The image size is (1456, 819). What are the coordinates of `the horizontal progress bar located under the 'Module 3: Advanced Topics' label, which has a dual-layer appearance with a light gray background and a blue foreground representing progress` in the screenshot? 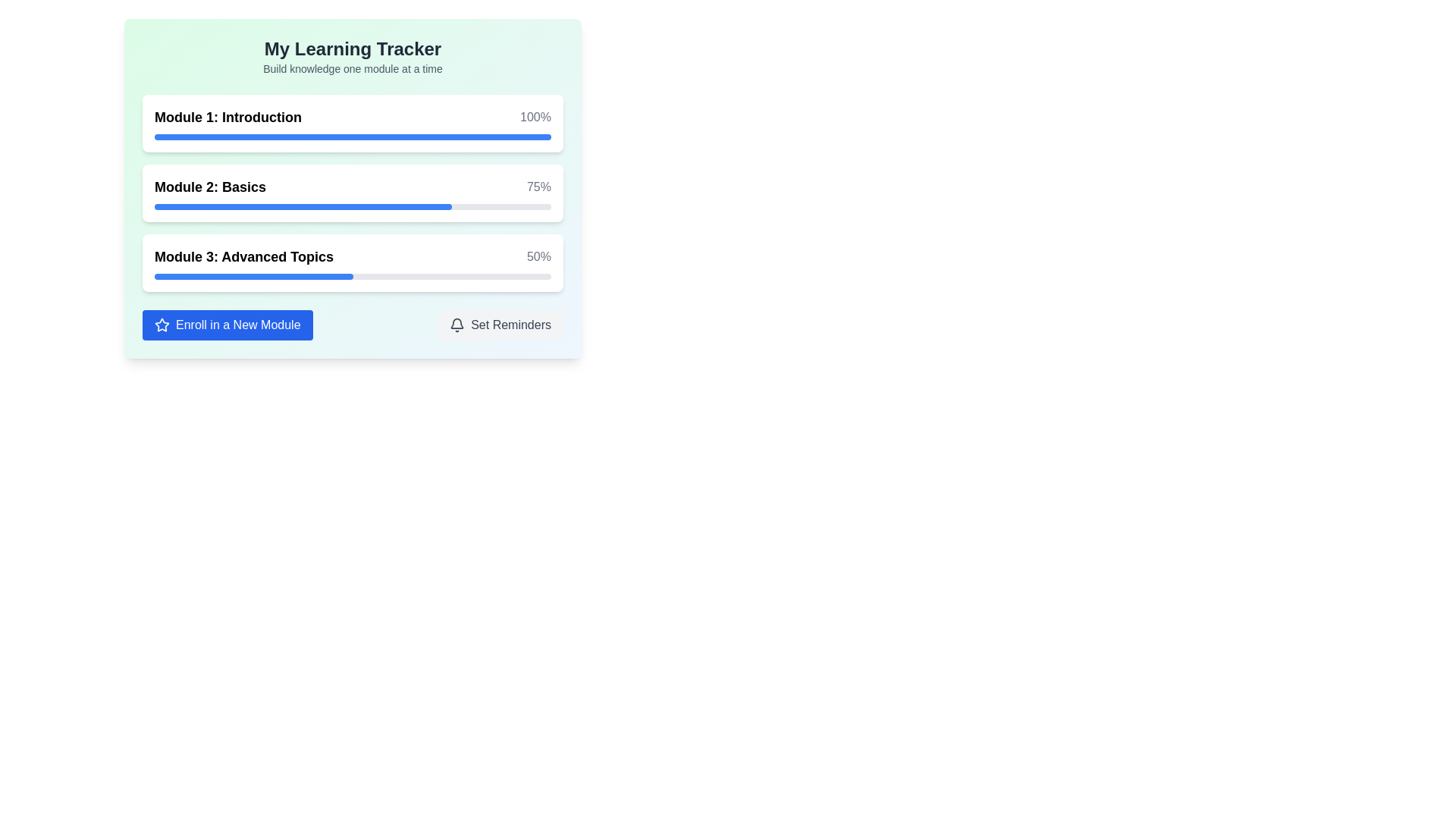 It's located at (352, 277).